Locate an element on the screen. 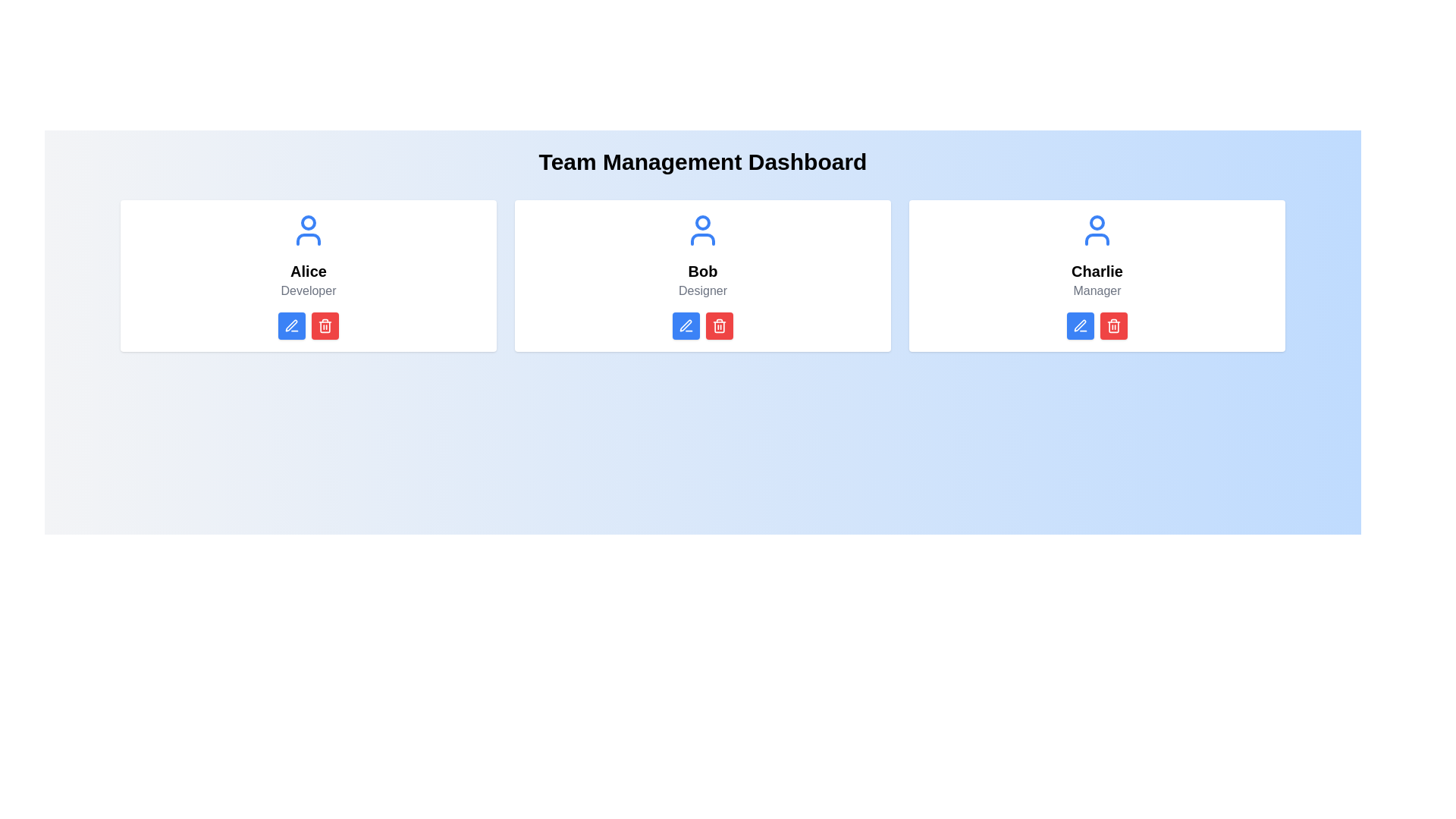 This screenshot has height=819, width=1456. the first profile card in the grid layout that displays user details like name and occupation is located at coordinates (308, 275).